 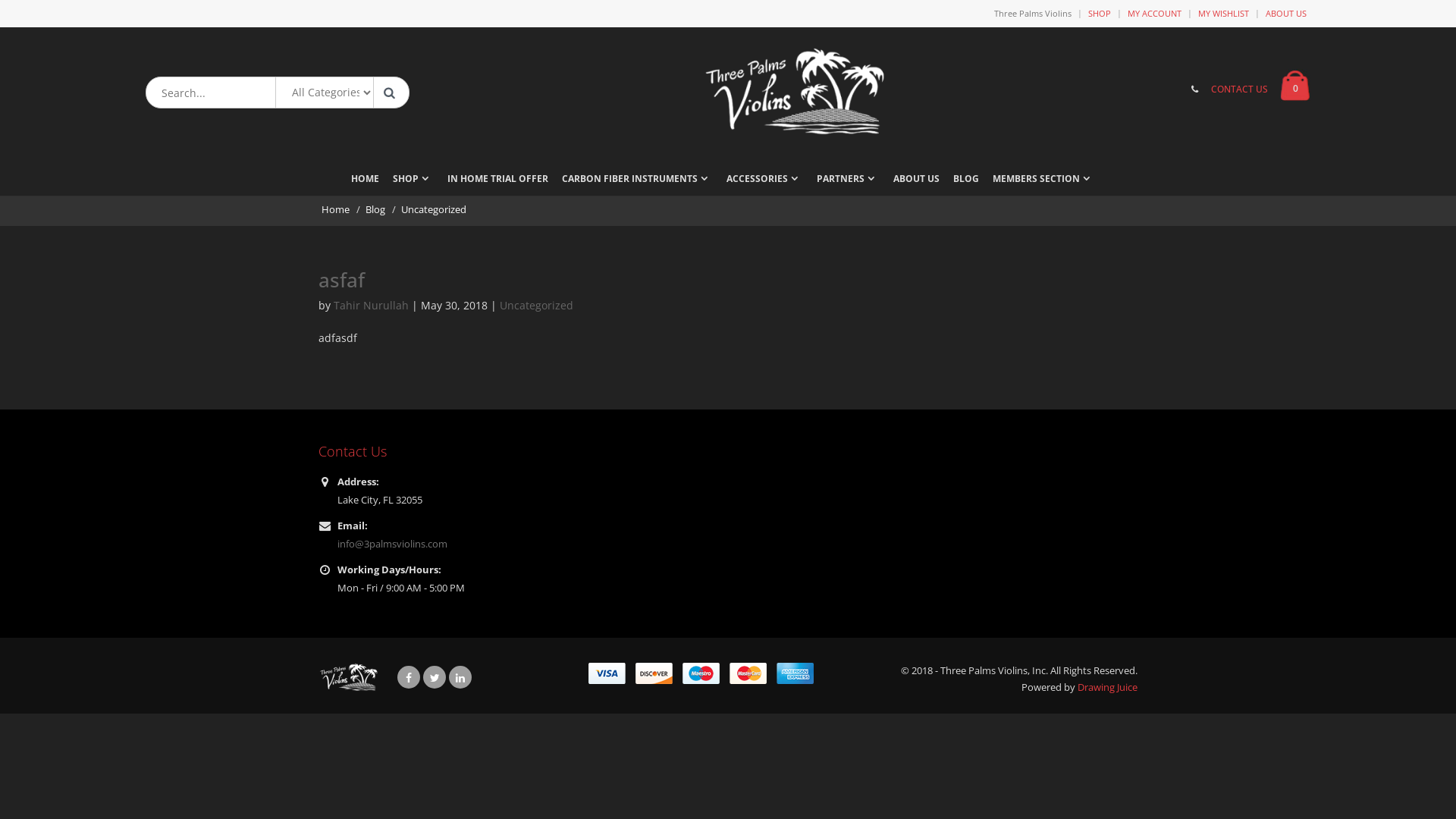 I want to click on 'MEMBERS SECTION', so click(x=1042, y=183).